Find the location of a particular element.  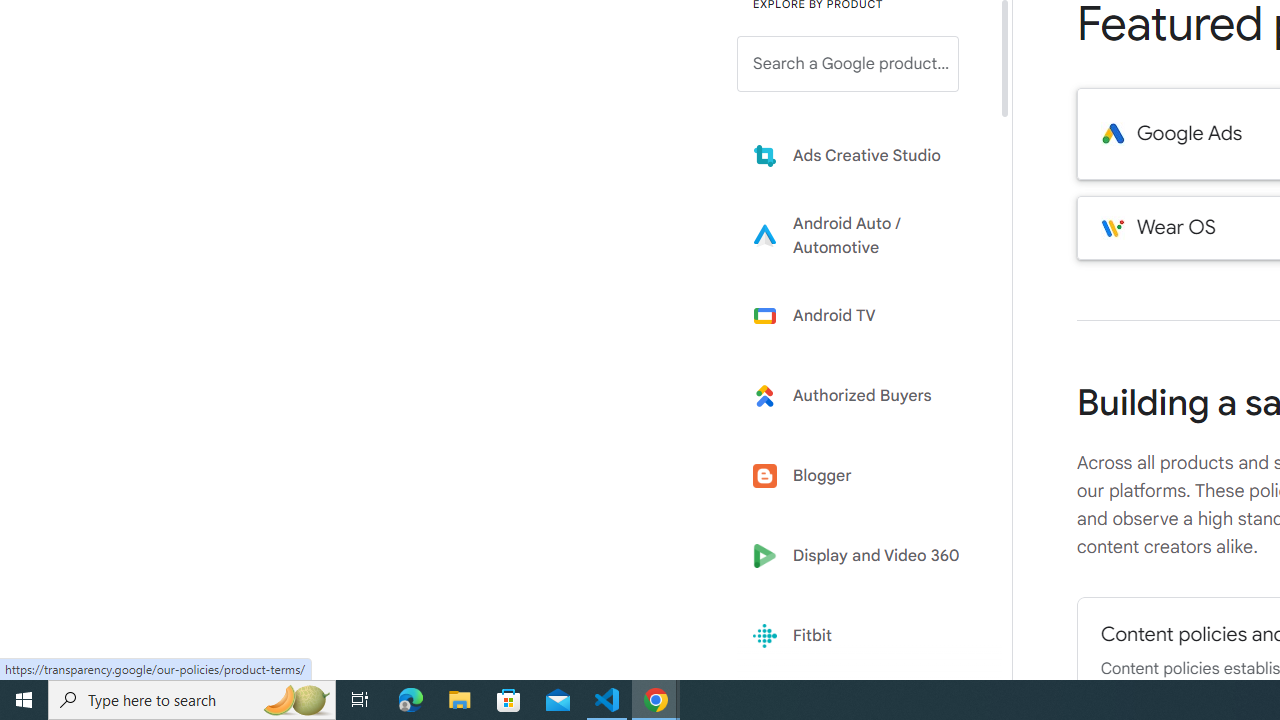

'Search a Google product from below list.' is located at coordinates (848, 63).